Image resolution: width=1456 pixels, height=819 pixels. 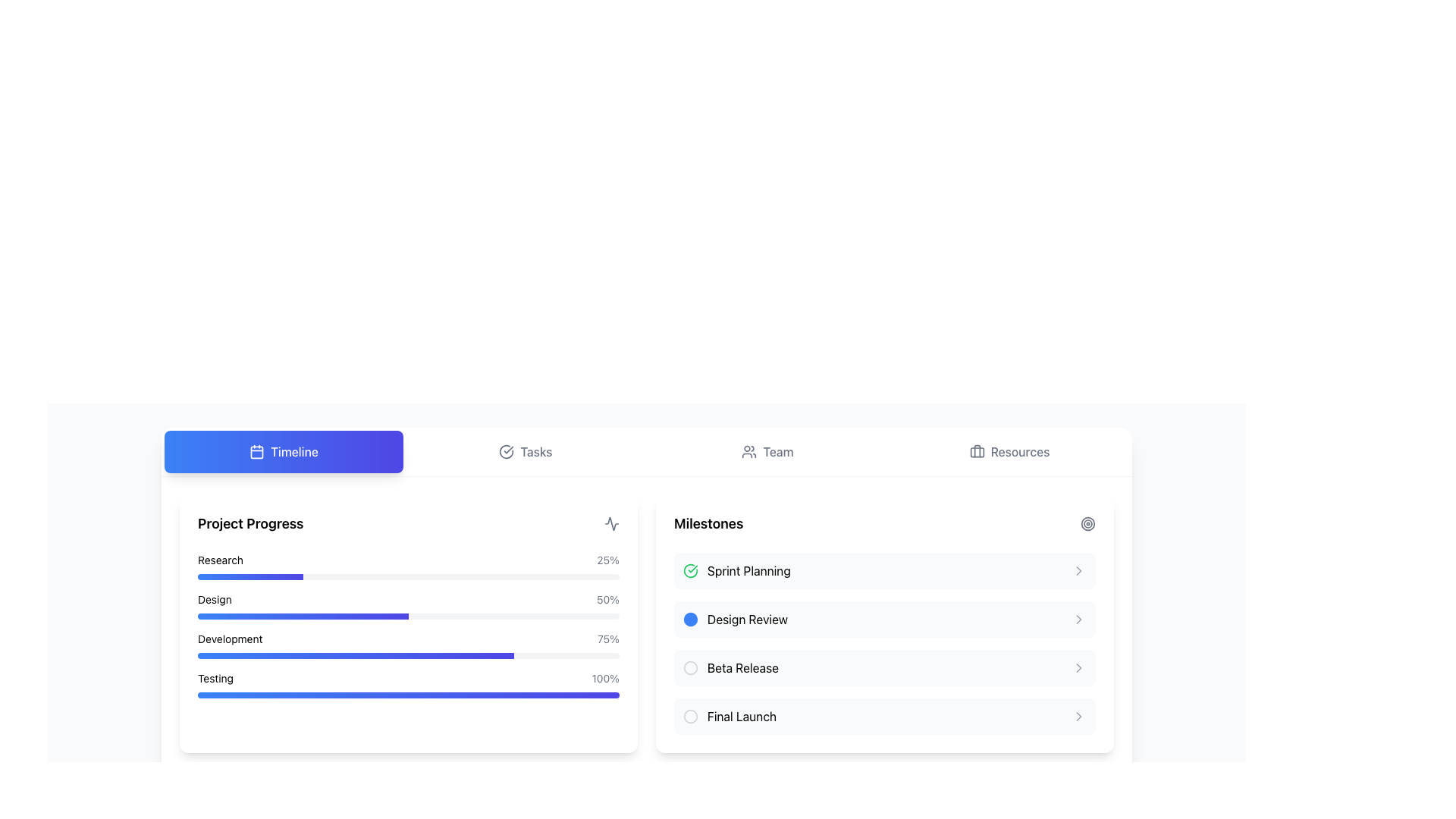 What do you see at coordinates (690, 570) in the screenshot?
I see `the circular icon with a green checkmark indicating successful completion, located next to the text 'Sprint Planning' in the milestones list` at bounding box center [690, 570].